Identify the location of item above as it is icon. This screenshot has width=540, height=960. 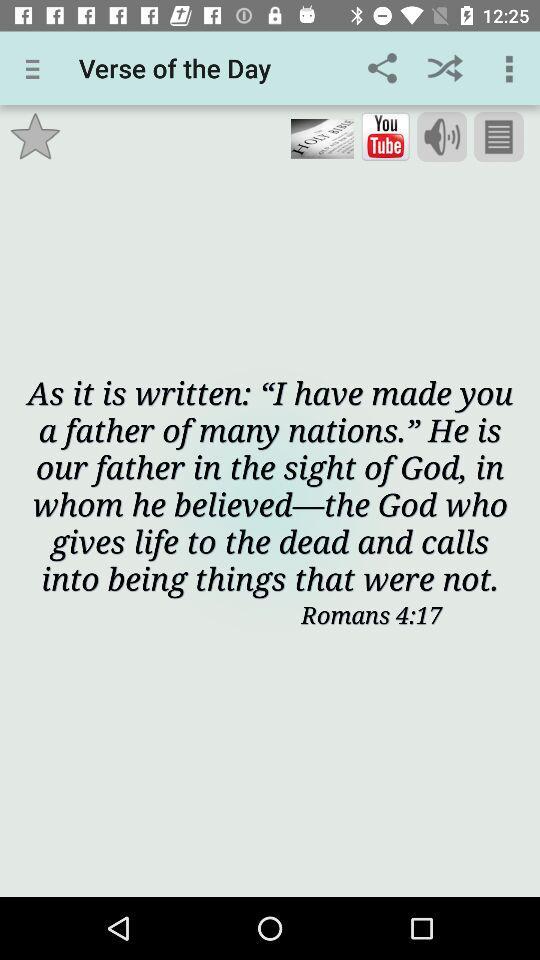
(442, 136).